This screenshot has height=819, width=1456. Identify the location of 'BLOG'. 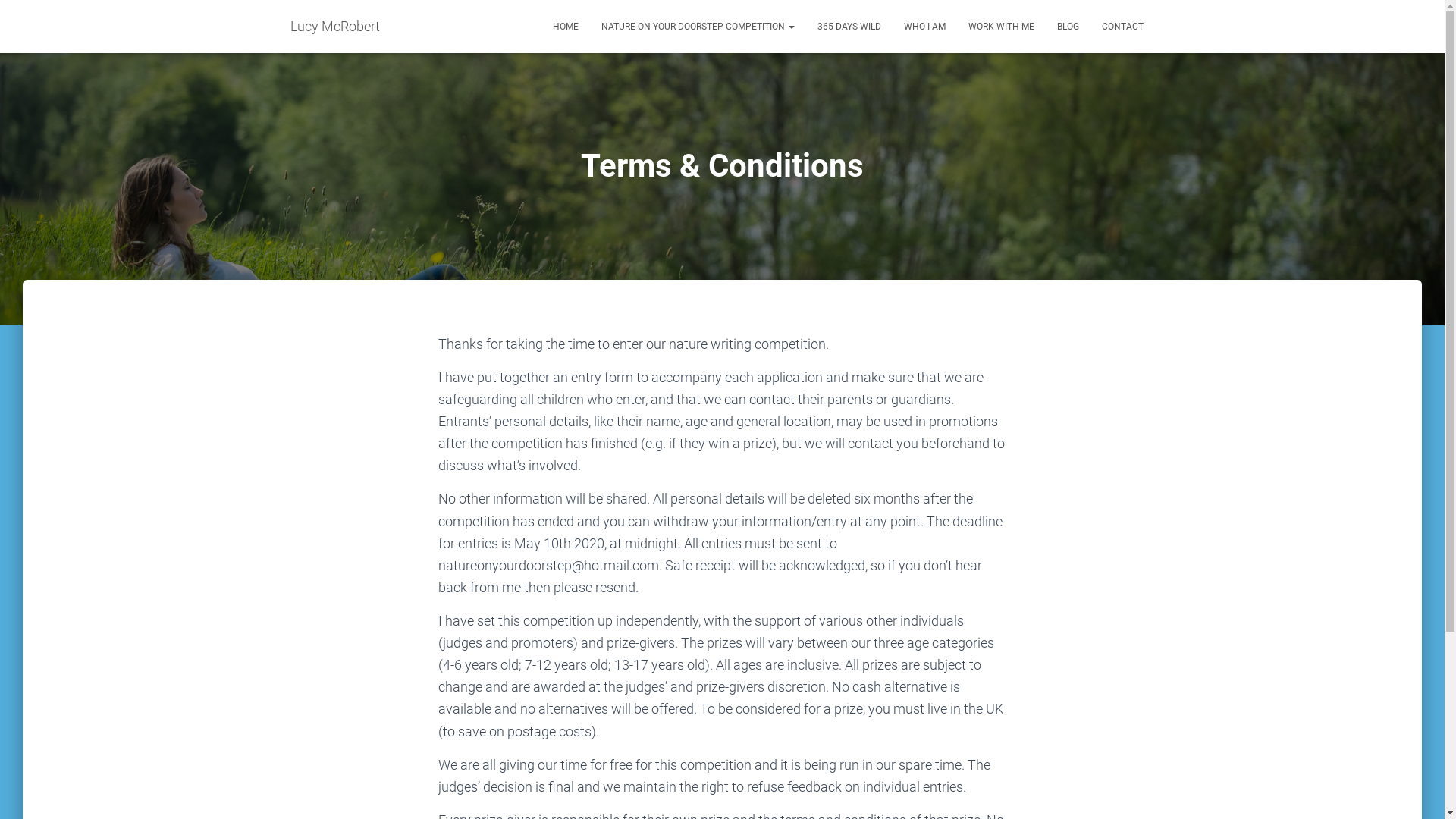
(1066, 26).